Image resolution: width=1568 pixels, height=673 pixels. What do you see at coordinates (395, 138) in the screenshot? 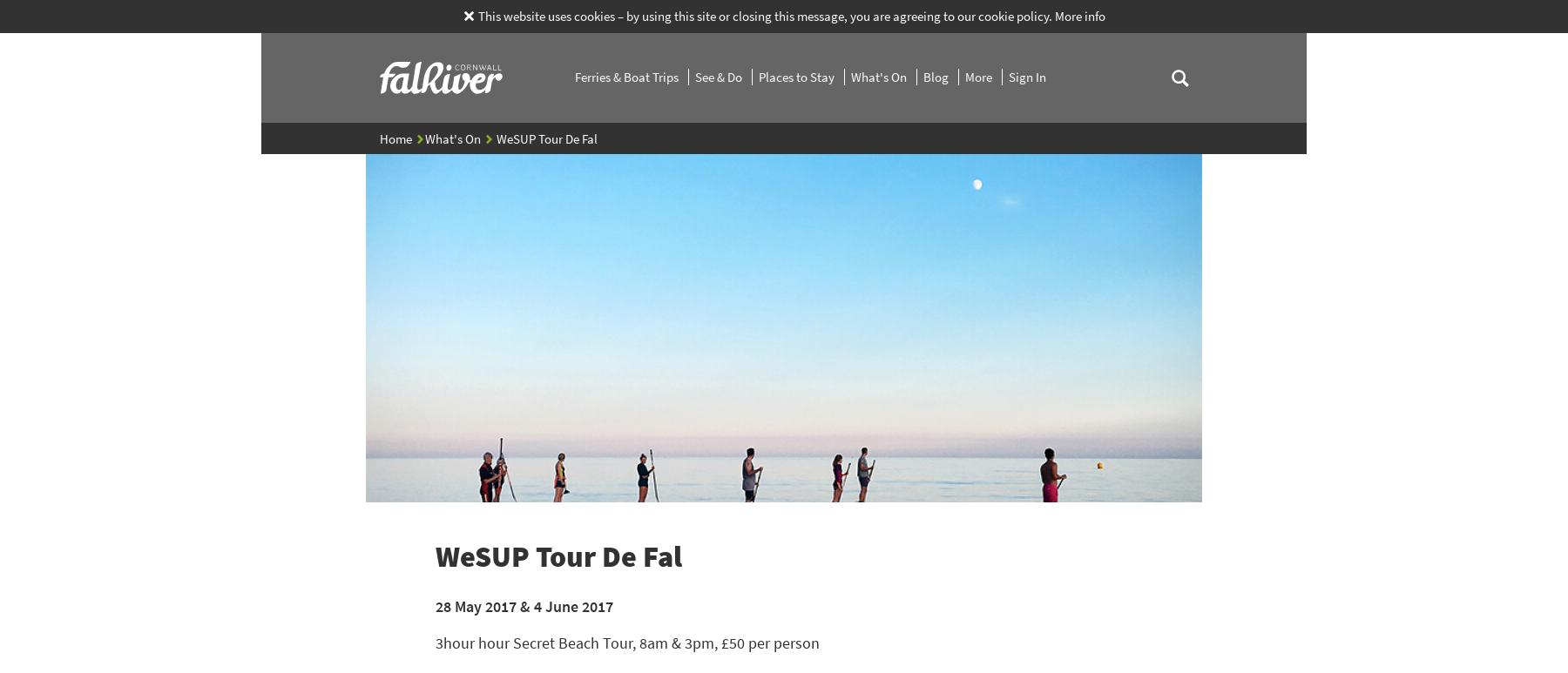
I see `'Home'` at bounding box center [395, 138].